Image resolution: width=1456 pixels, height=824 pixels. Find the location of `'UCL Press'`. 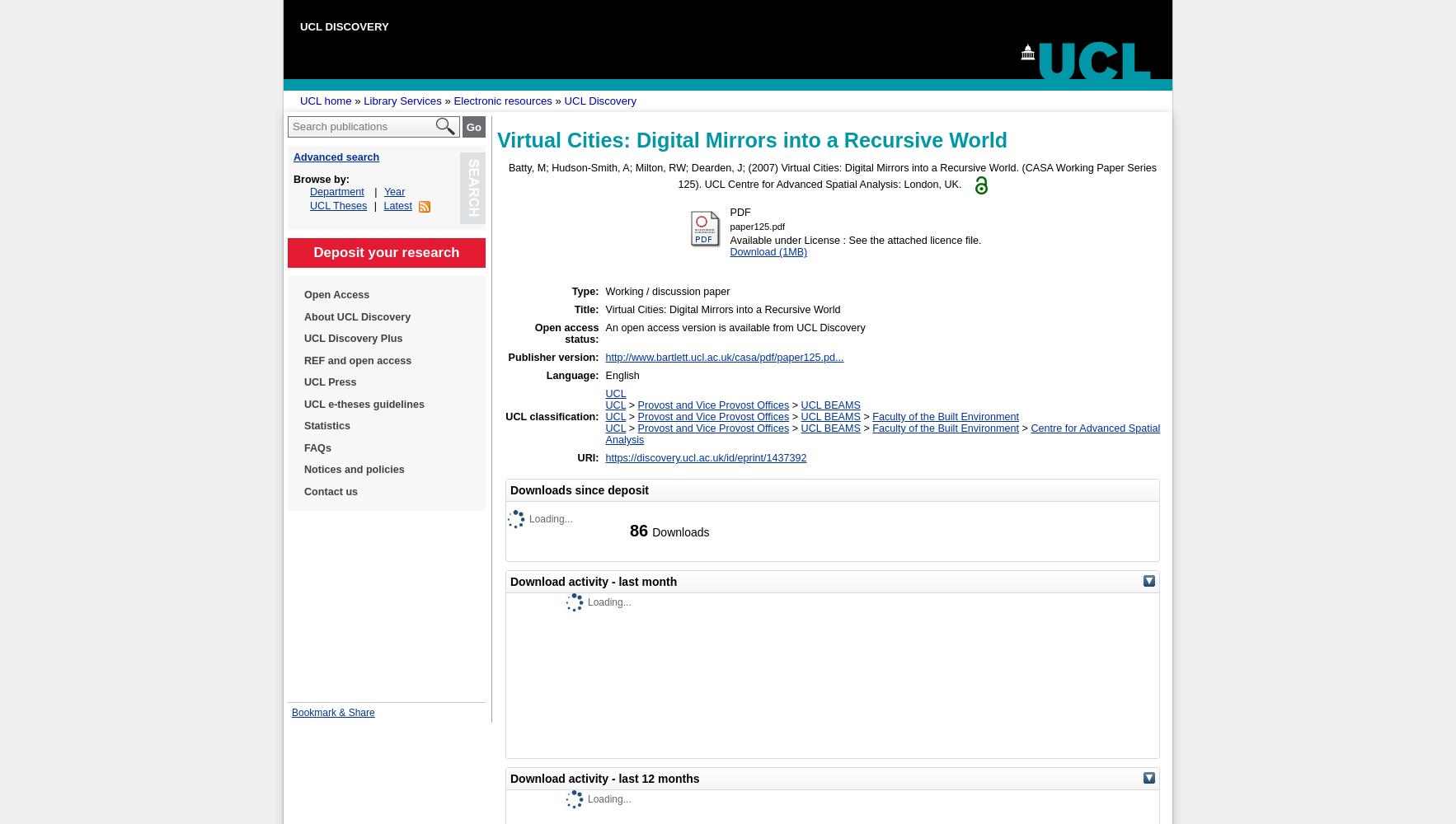

'UCL Press' is located at coordinates (329, 382).